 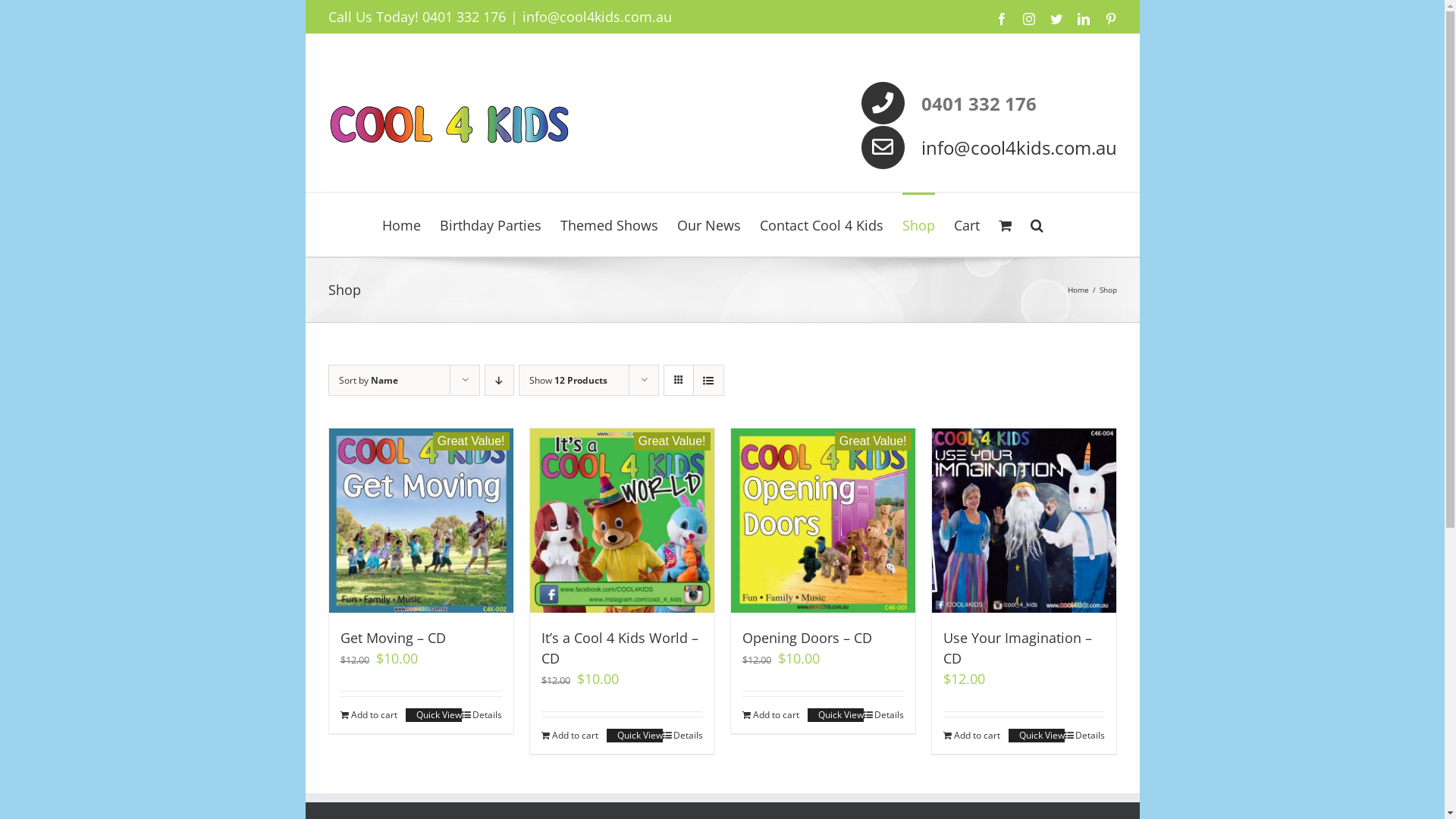 I want to click on 'Contact Cool 4 Kids', so click(x=821, y=224).